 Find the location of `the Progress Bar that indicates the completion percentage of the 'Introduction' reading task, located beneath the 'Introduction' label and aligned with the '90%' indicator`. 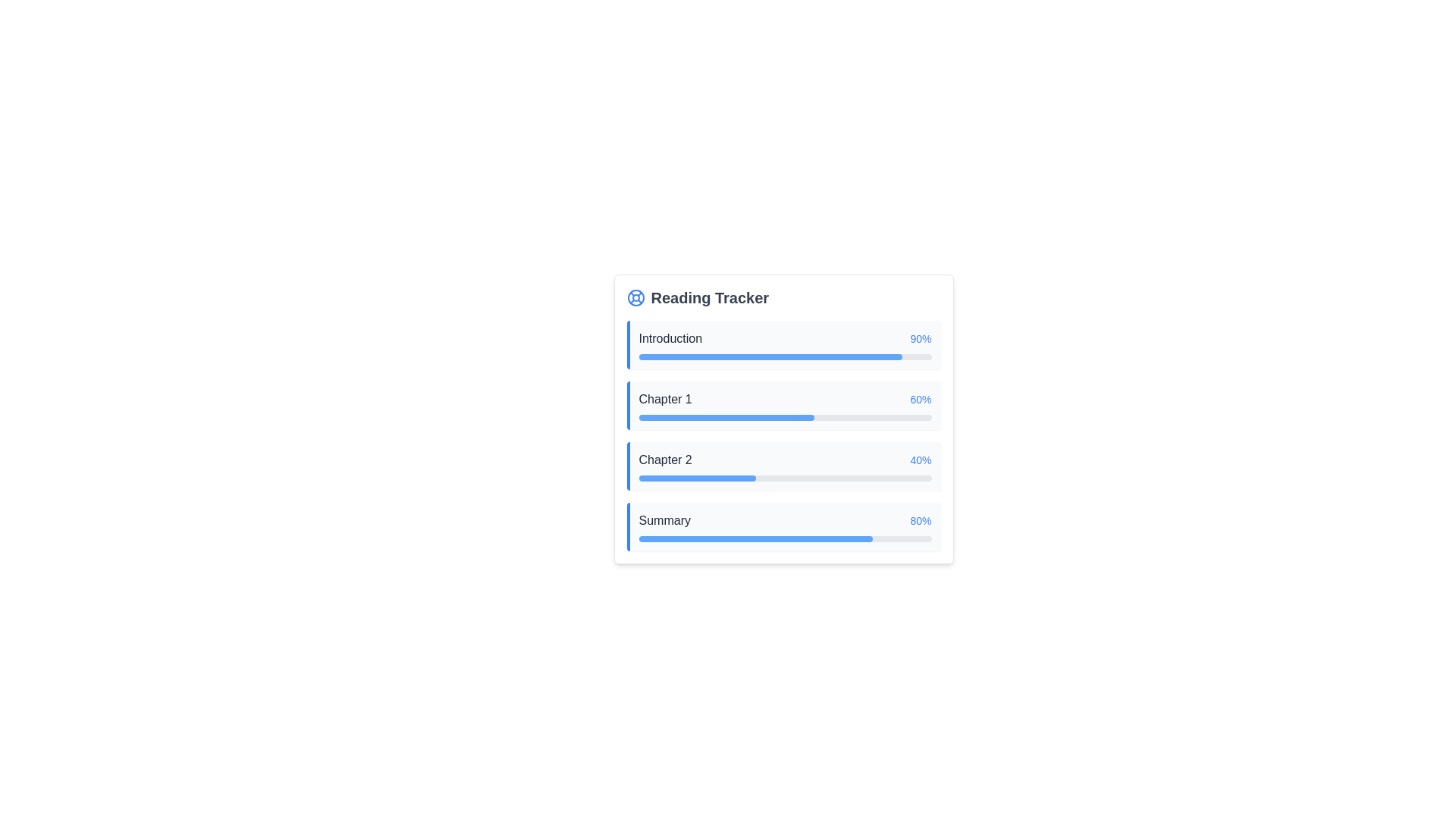

the Progress Bar that indicates the completion percentage of the 'Introduction' reading task, located beneath the 'Introduction' label and aligned with the '90%' indicator is located at coordinates (785, 356).